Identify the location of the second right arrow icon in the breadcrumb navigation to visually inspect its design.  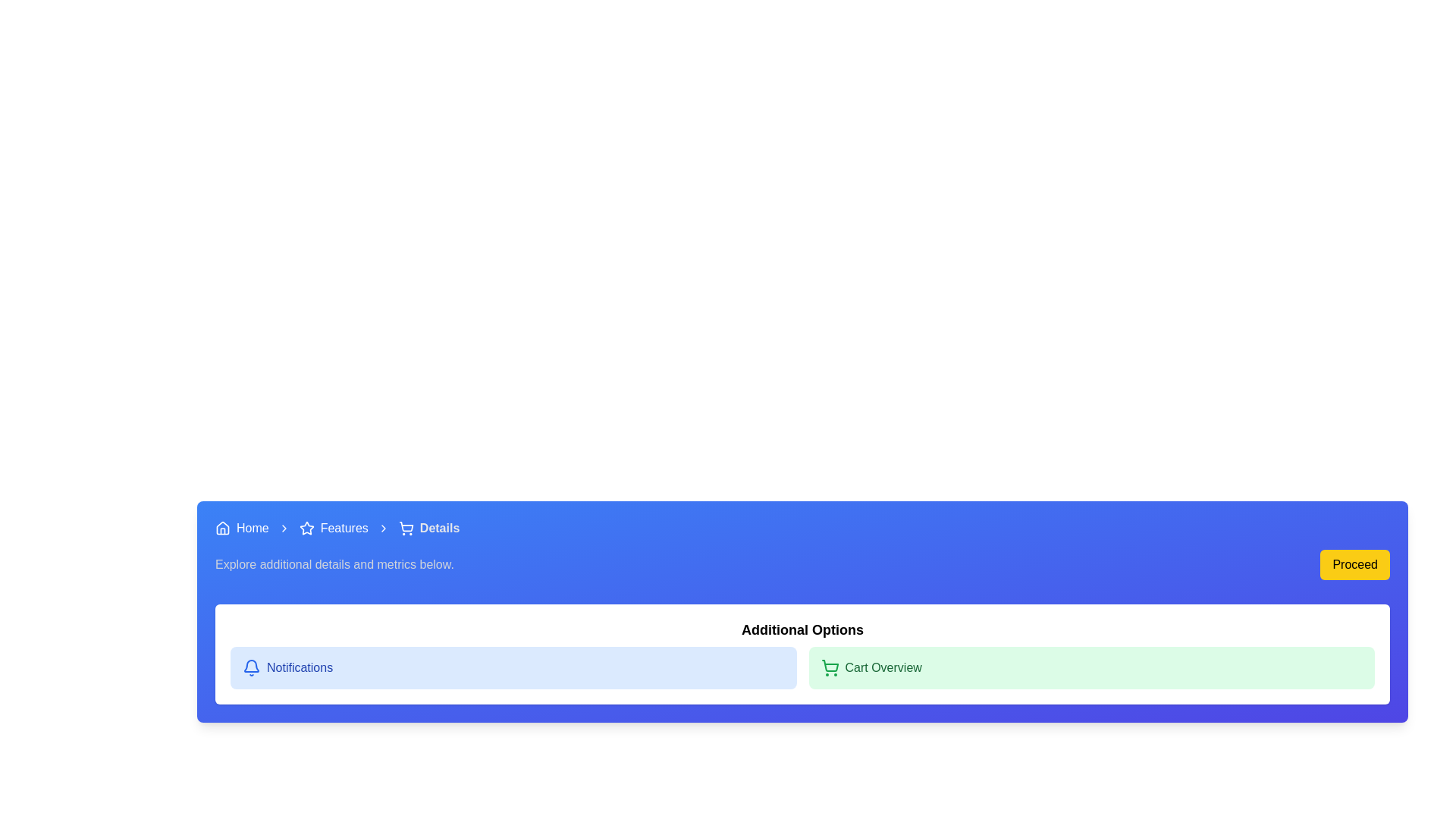
(383, 528).